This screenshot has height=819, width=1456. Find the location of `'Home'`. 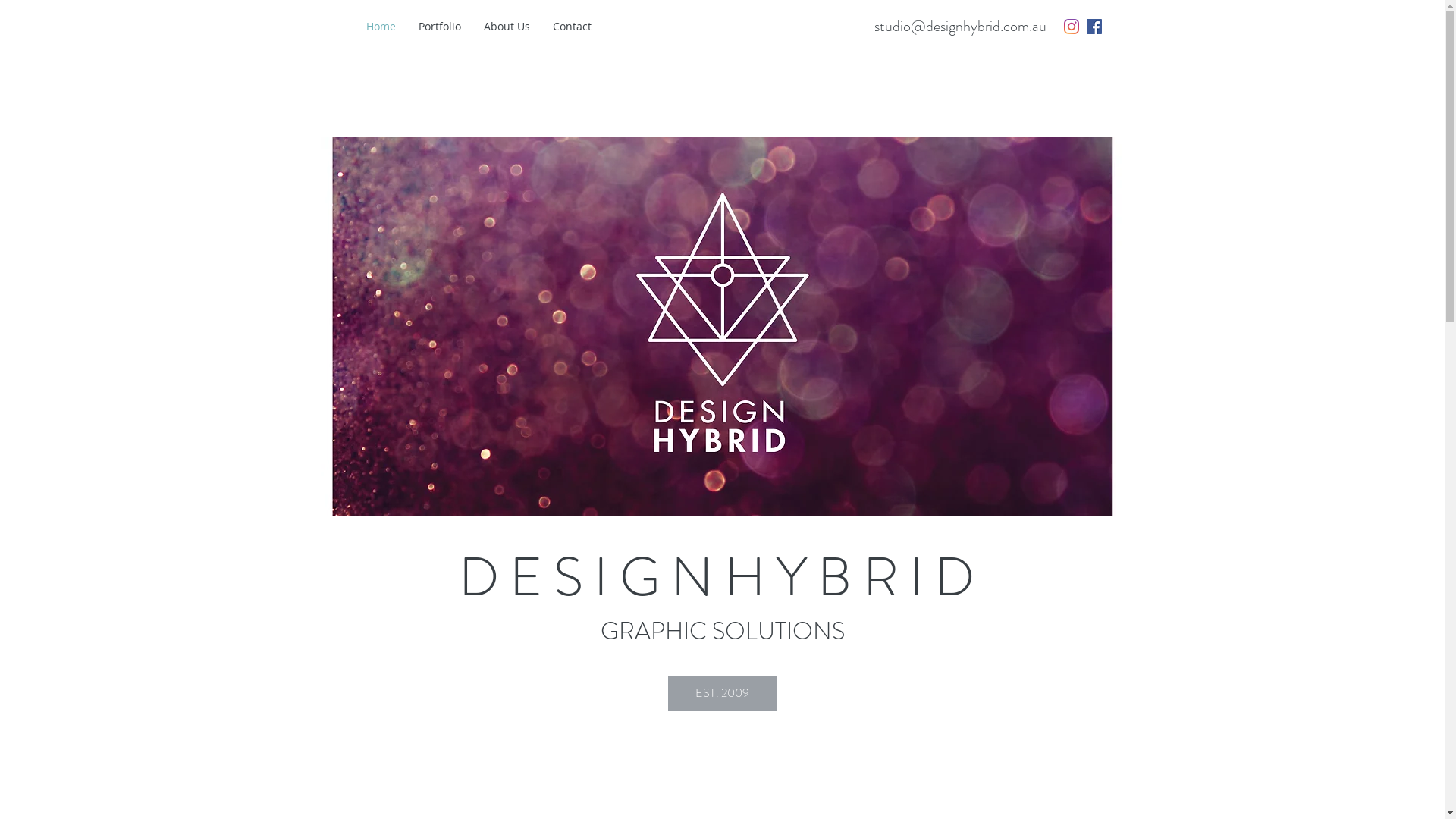

'Home' is located at coordinates (381, 26).